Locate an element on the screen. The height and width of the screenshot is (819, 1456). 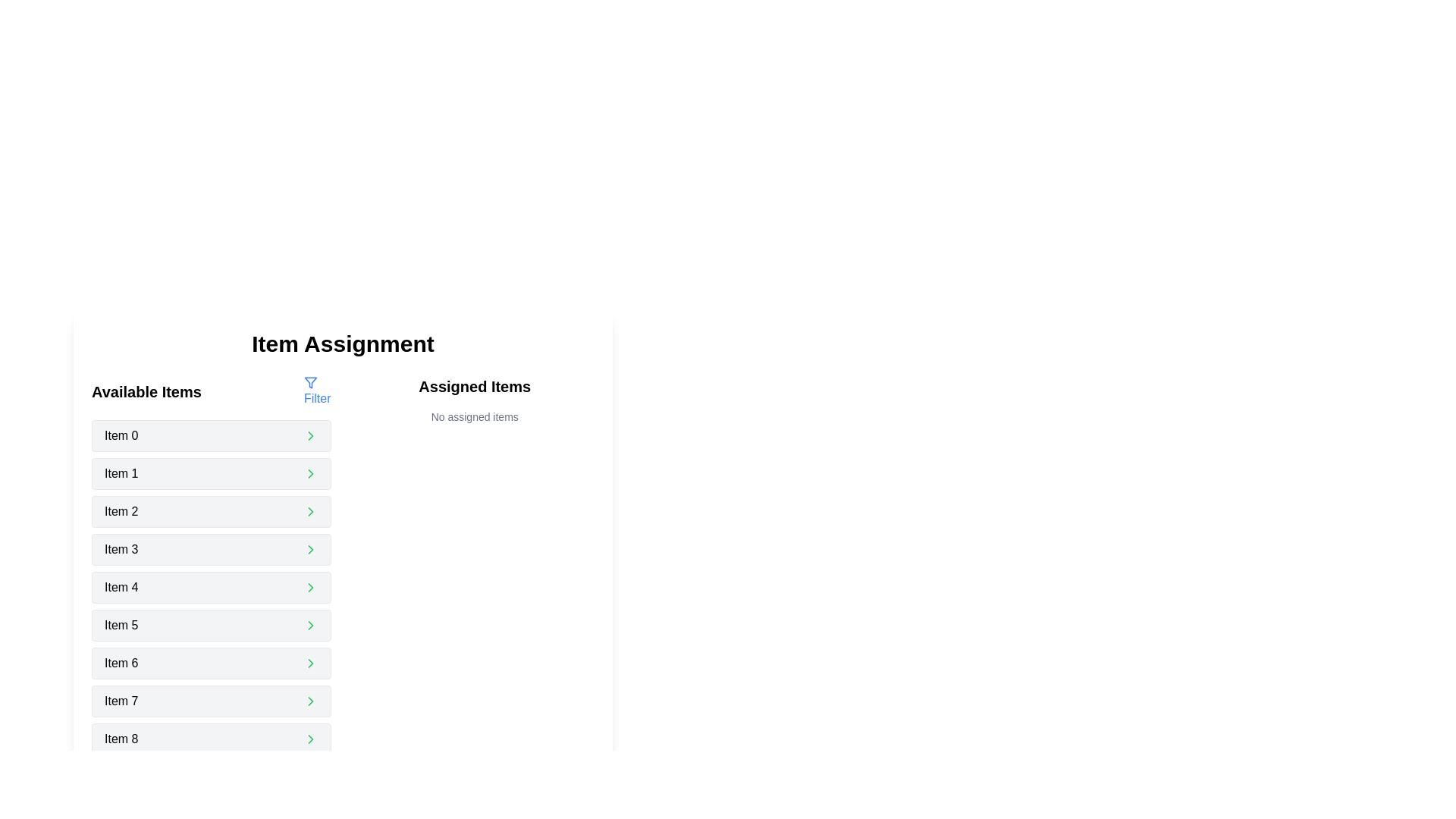
the right-pointing chevron icon located at the rightmost position of the list item labeled 'Item 1' is located at coordinates (309, 472).